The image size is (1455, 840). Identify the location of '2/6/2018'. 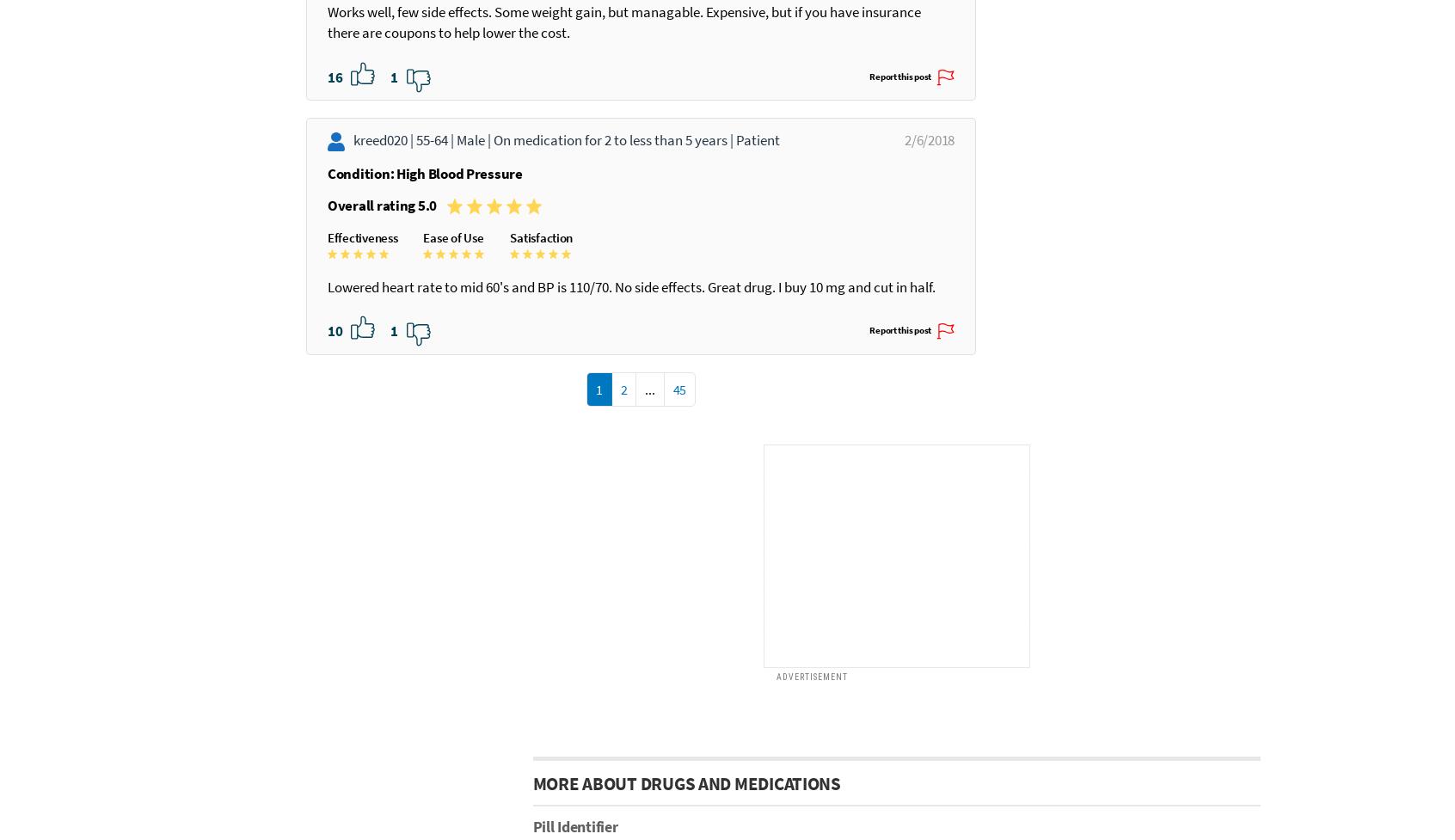
(906, 285).